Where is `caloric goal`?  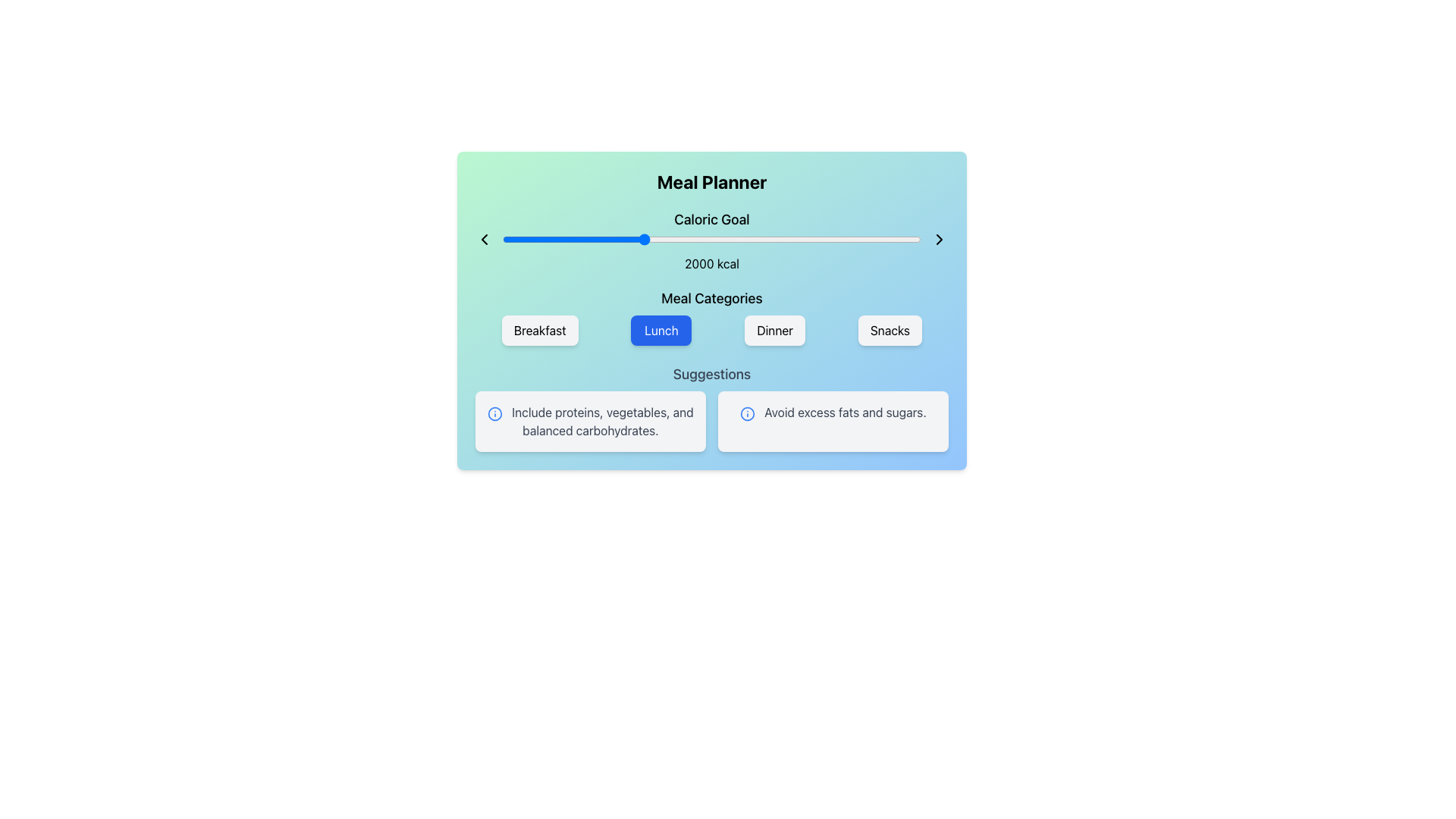
caloric goal is located at coordinates (510, 239).